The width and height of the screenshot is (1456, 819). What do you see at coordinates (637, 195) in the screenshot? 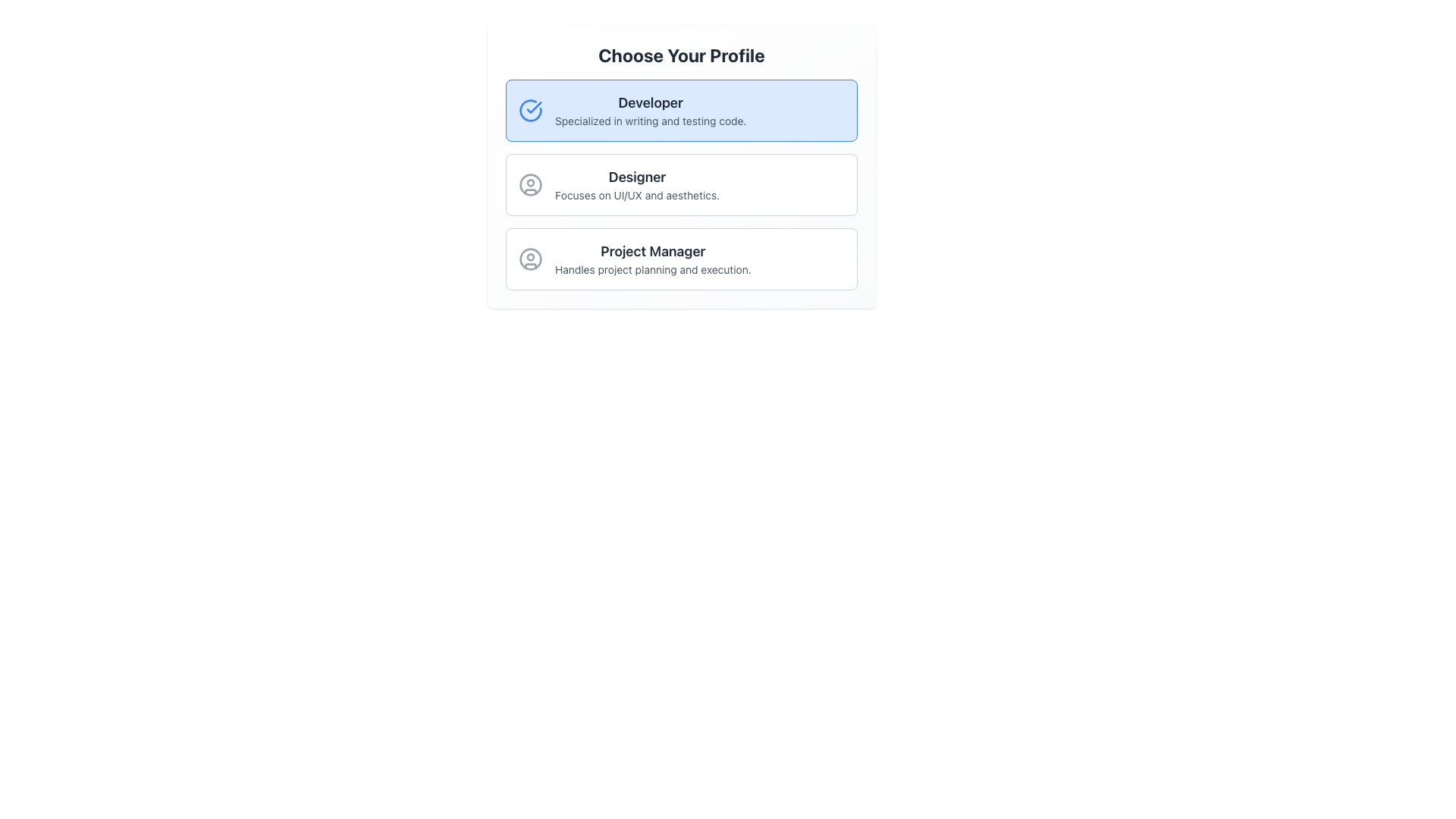
I see `the descriptive text element located directly beneath the 'Designer' label, which provides additional information about the profile option` at bounding box center [637, 195].